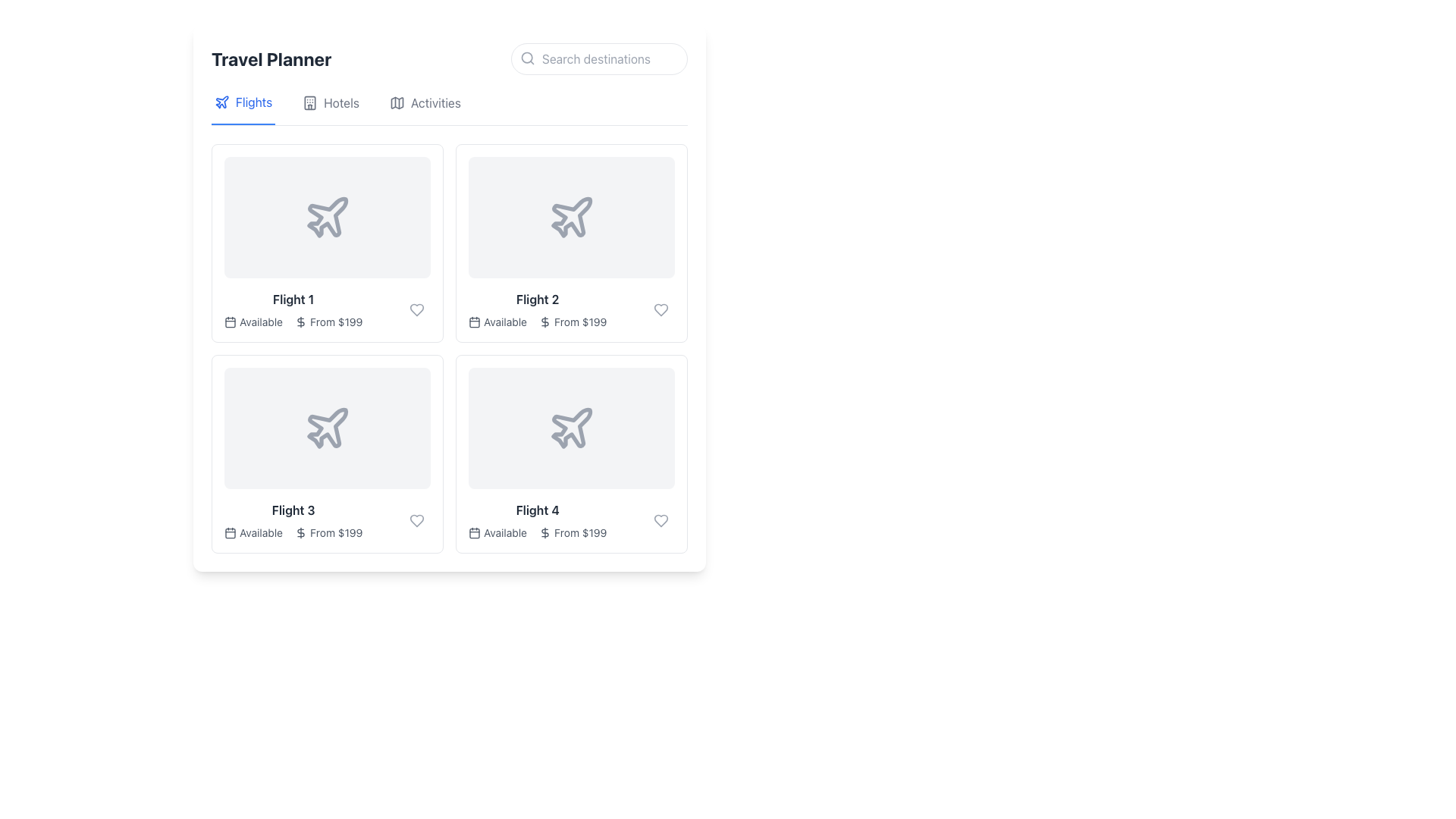  What do you see at coordinates (417, 309) in the screenshot?
I see `the 'like' icon located at the bottom-right corner of the 'Flight 1' card in the top-left position of the grid layout` at bounding box center [417, 309].